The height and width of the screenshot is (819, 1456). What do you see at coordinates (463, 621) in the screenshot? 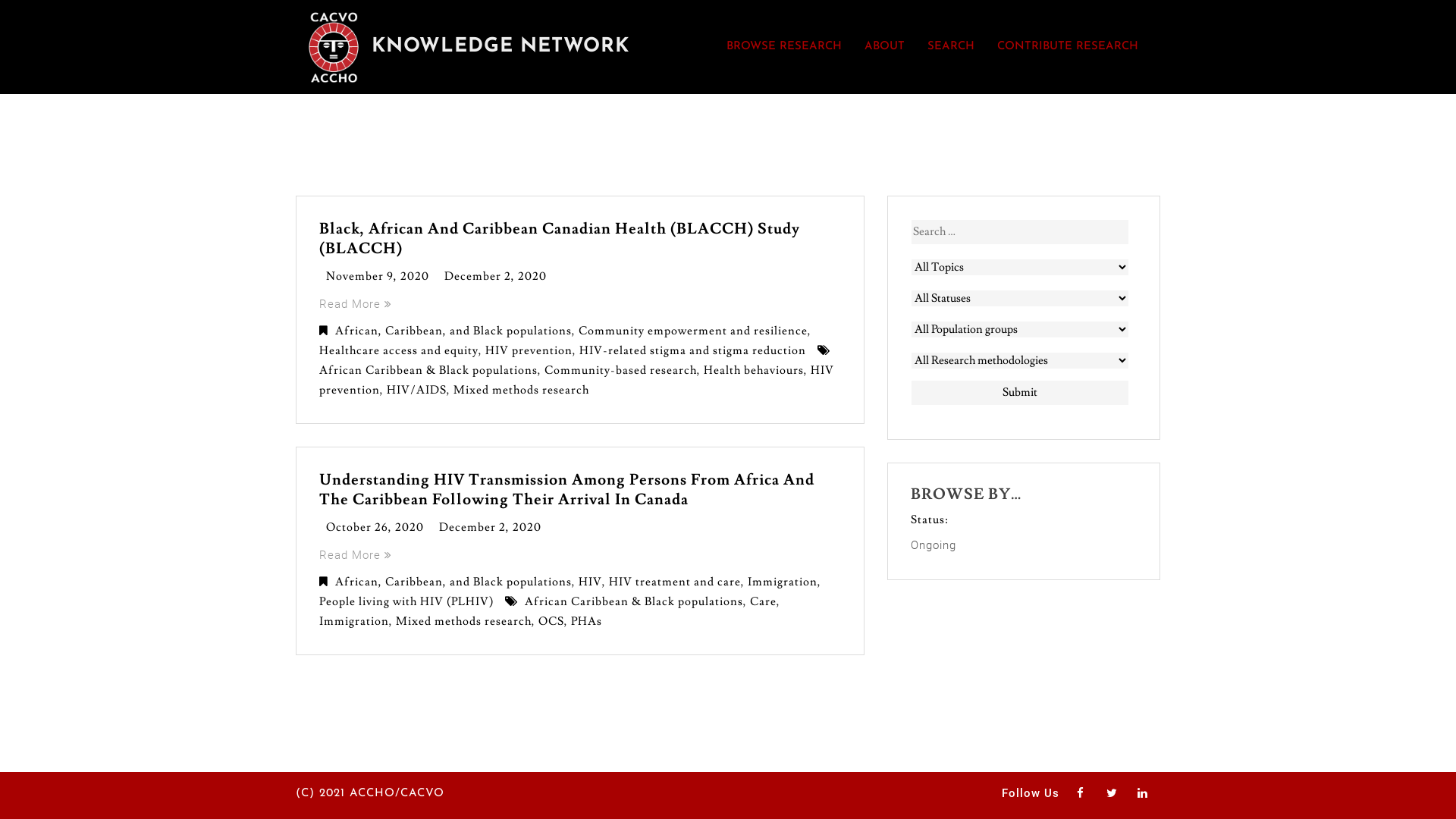
I see `'Mixed methods research'` at bounding box center [463, 621].